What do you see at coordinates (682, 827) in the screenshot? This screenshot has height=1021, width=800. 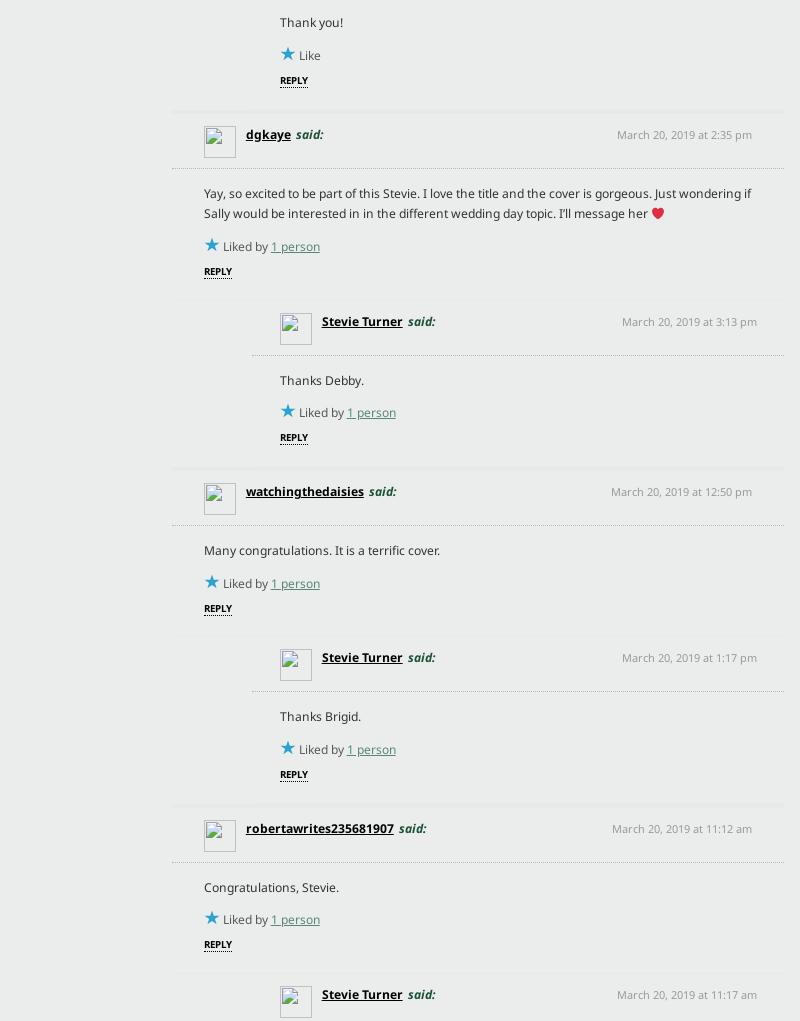 I see `'March 20, 2019 at 11:12 am'` at bounding box center [682, 827].